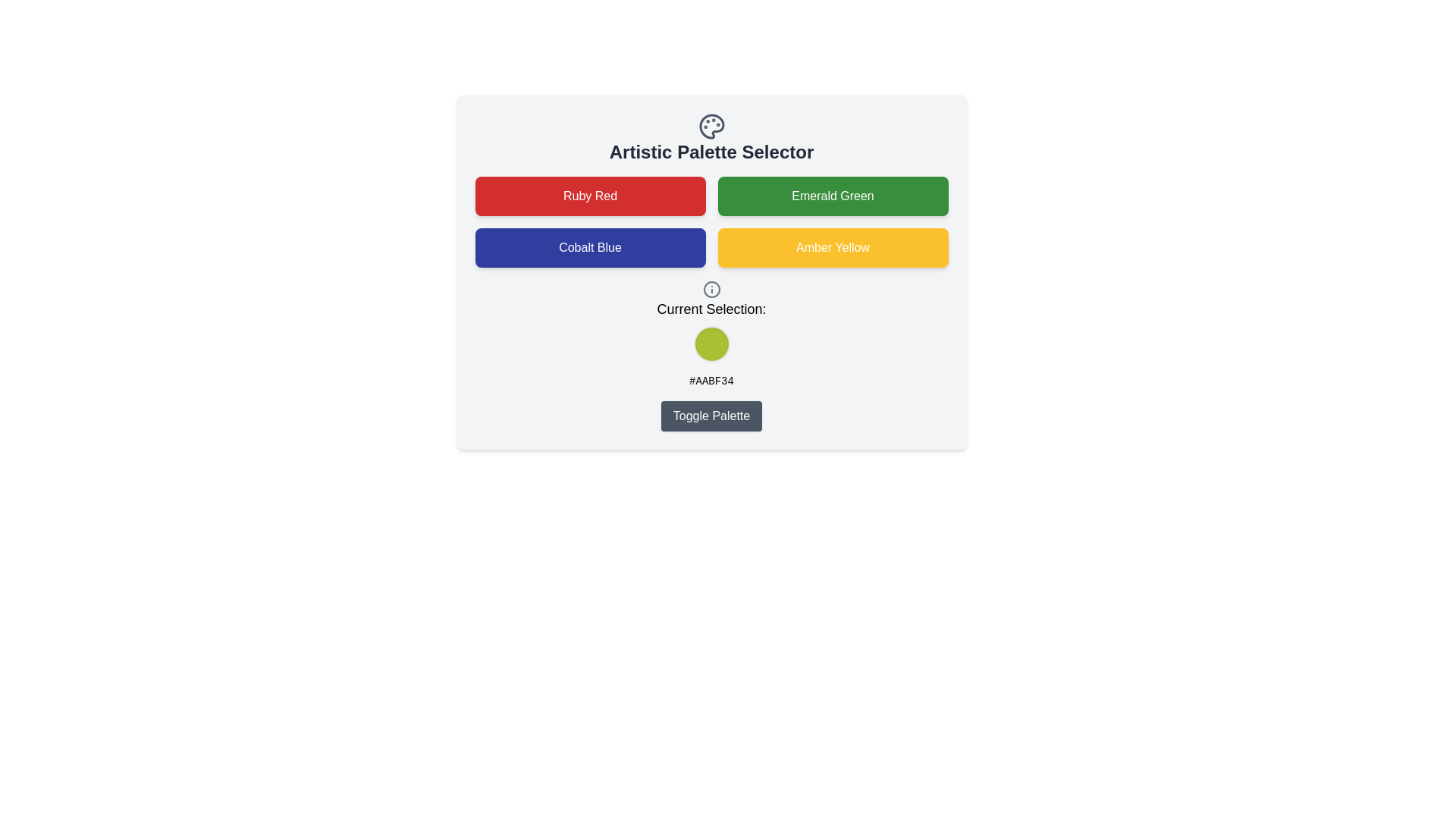 This screenshot has height=819, width=1456. What do you see at coordinates (711, 125) in the screenshot?
I see `the central segment of the artistic palette icon, which is located above the 'Artistic Palette Selector' heading` at bounding box center [711, 125].